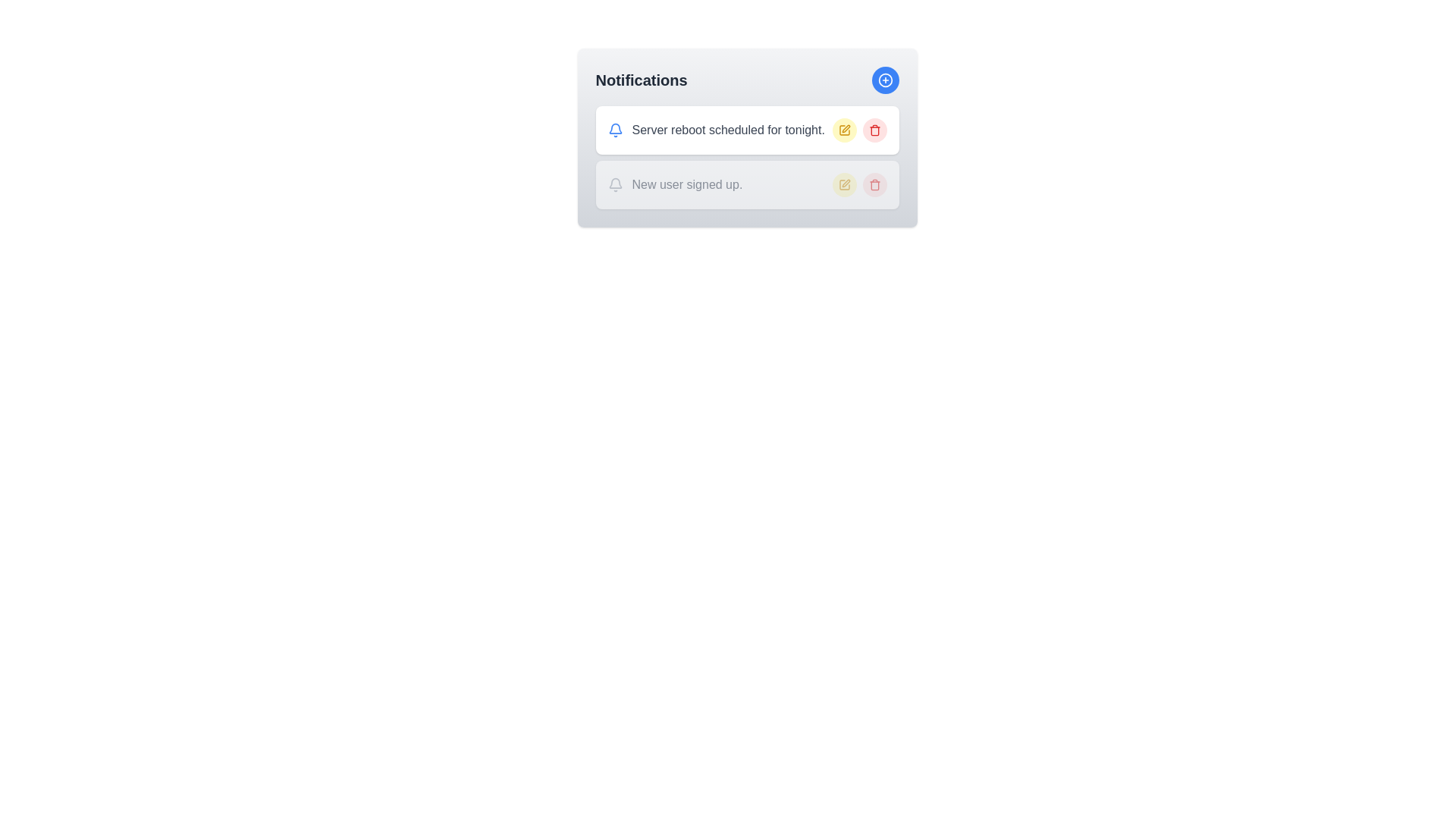  What do you see at coordinates (874, 184) in the screenshot?
I see `the circular delete button with a light red background and a trash can icon located` at bounding box center [874, 184].